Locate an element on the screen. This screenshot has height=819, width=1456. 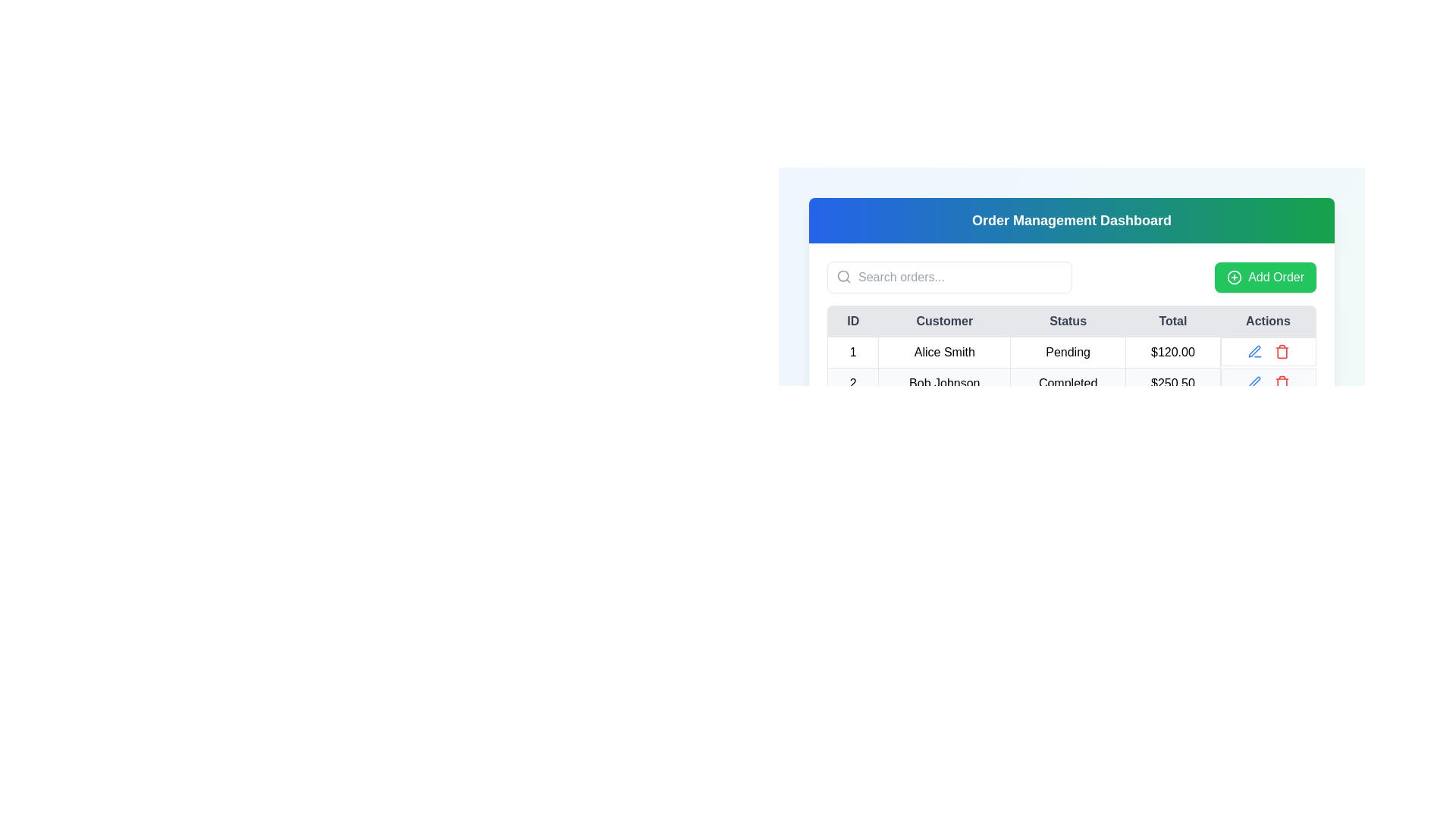
the circular search icon component located at the top left corner of the search bar below the 'Order Management Dashboard' heading is located at coordinates (843, 276).